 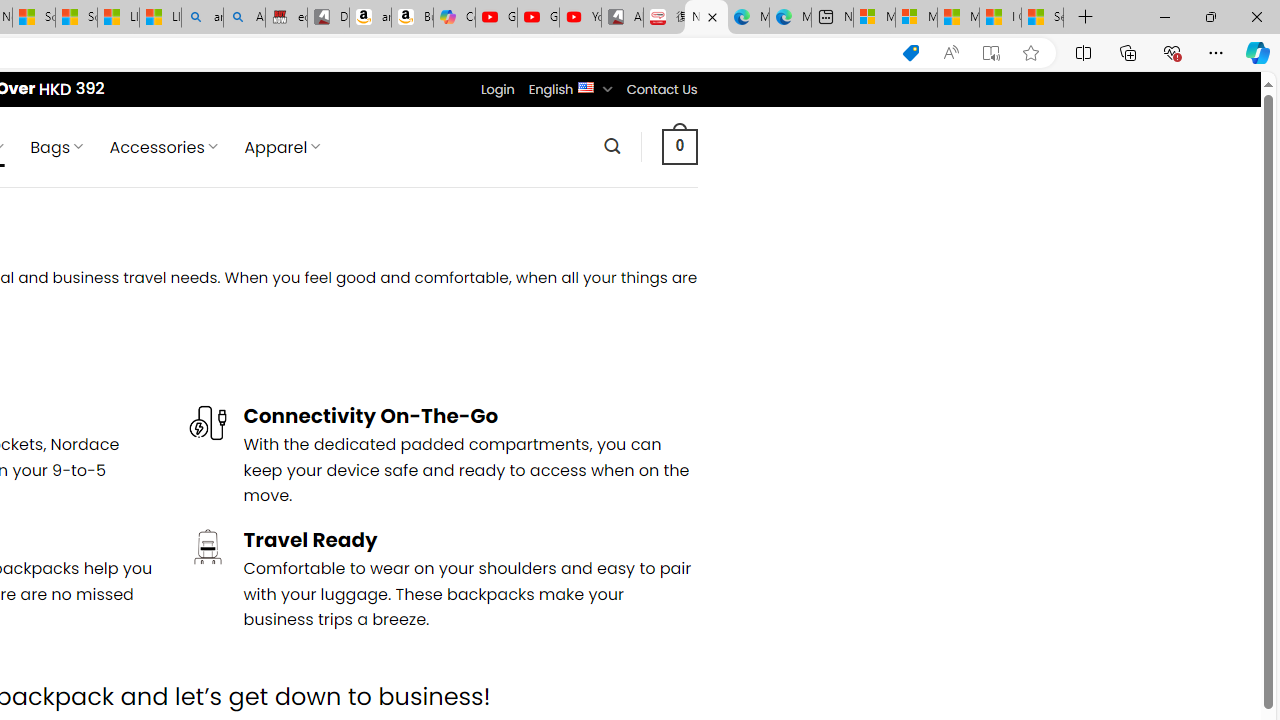 I want to click on 'amazon.in/dp/B0CX59H5W7/?tag=gsmcom05-21', so click(x=369, y=17).